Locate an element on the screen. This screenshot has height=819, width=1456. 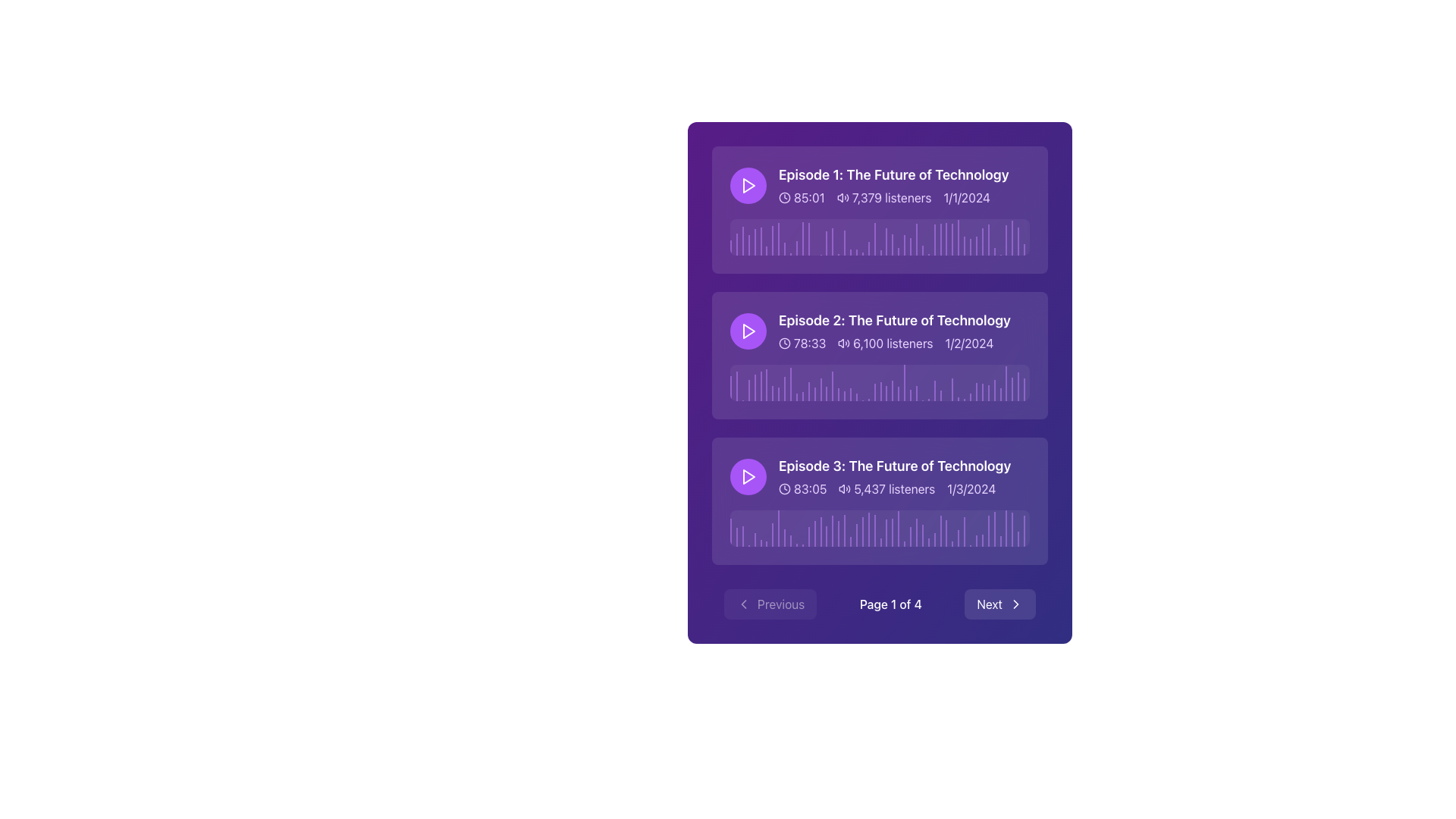
the purple progress indicator line within the waveform visualization area of the media player interface, which is the second vertical line in the sequence is located at coordinates (736, 243).